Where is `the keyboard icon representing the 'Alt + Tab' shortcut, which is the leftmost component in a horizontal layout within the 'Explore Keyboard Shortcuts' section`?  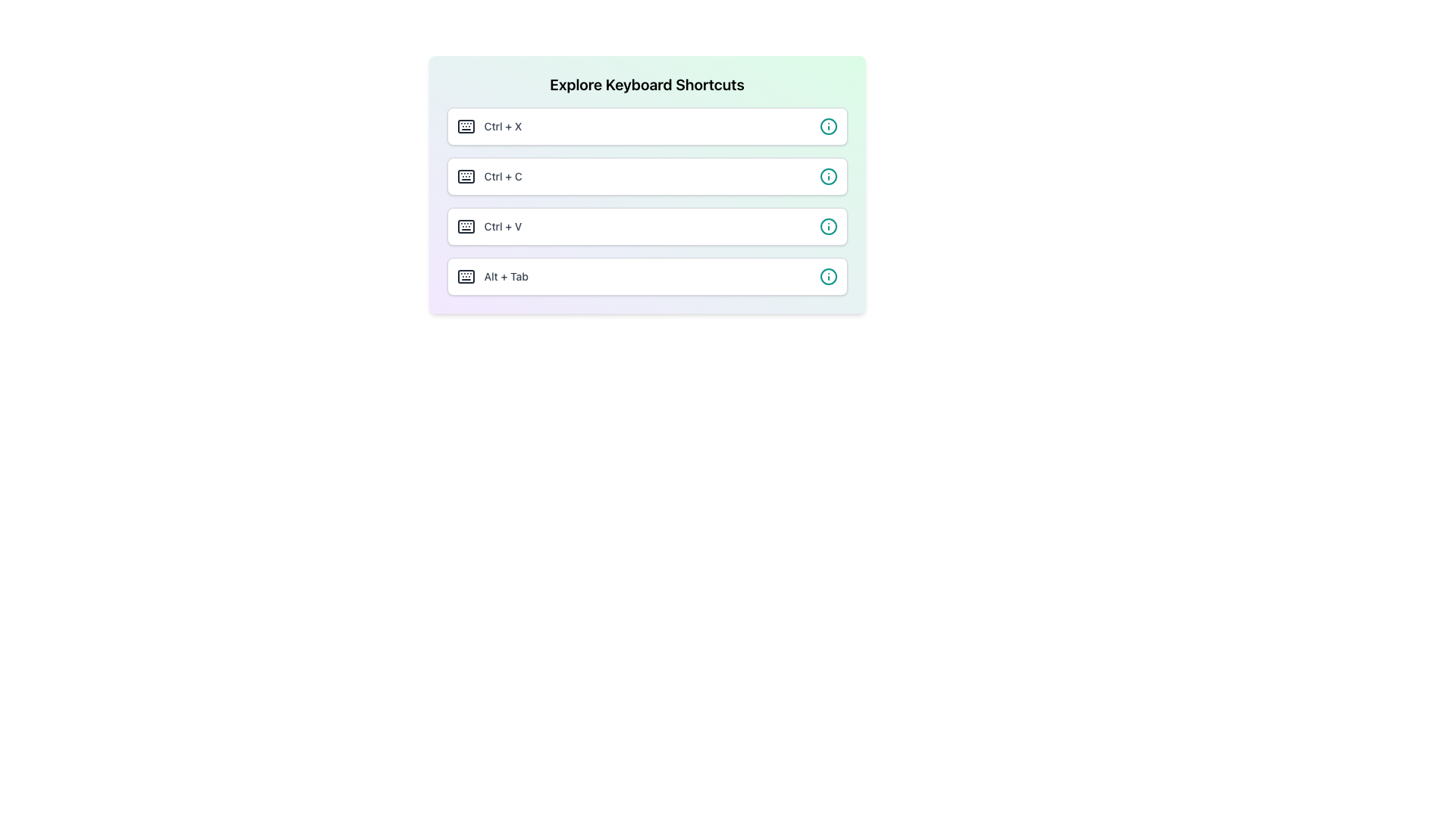
the keyboard icon representing the 'Alt + Tab' shortcut, which is the leftmost component in a horizontal layout within the 'Explore Keyboard Shortcuts' section is located at coordinates (465, 277).